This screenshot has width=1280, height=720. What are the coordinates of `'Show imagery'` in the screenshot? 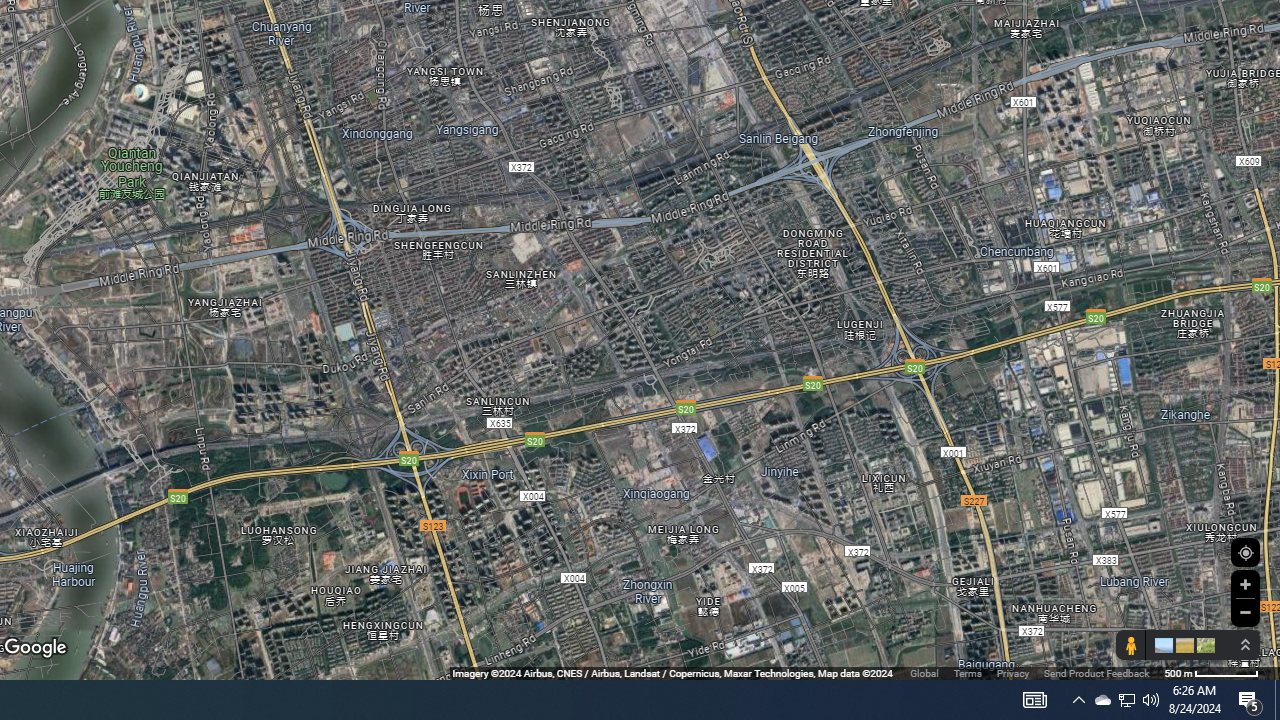 It's located at (1202, 645).